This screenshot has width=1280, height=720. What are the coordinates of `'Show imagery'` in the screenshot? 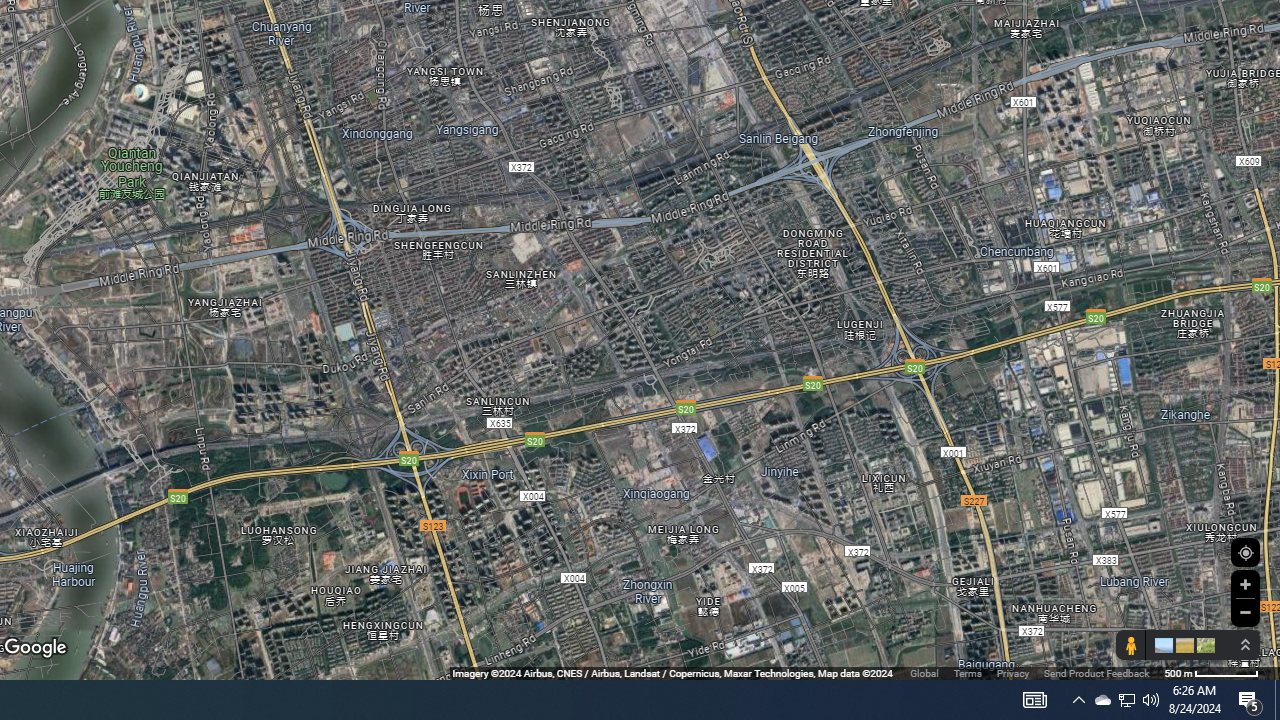 It's located at (1202, 645).